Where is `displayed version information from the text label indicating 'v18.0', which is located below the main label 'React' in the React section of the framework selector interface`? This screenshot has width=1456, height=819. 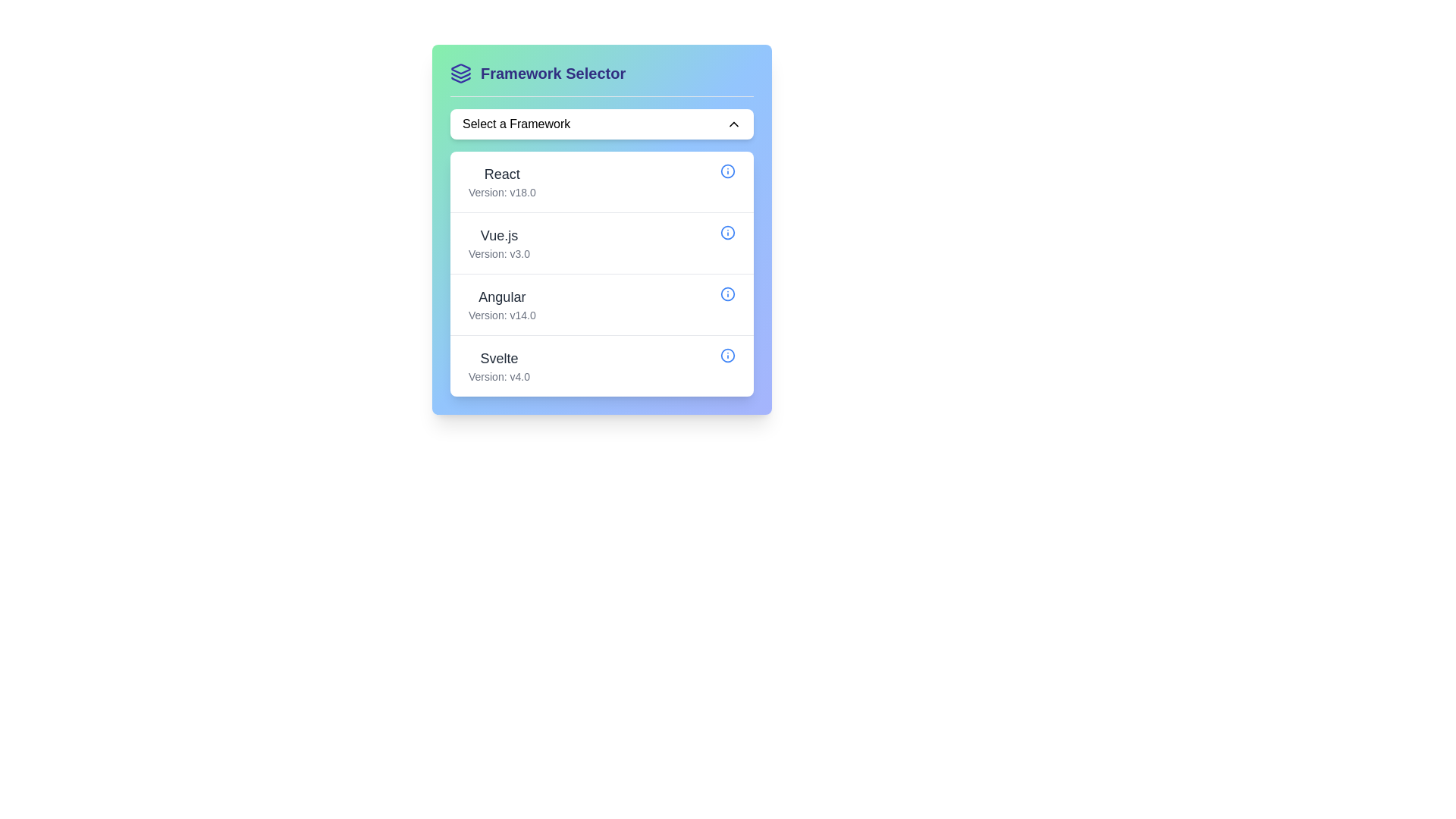
displayed version information from the text label indicating 'v18.0', which is located below the main label 'React' in the React section of the framework selector interface is located at coordinates (502, 192).